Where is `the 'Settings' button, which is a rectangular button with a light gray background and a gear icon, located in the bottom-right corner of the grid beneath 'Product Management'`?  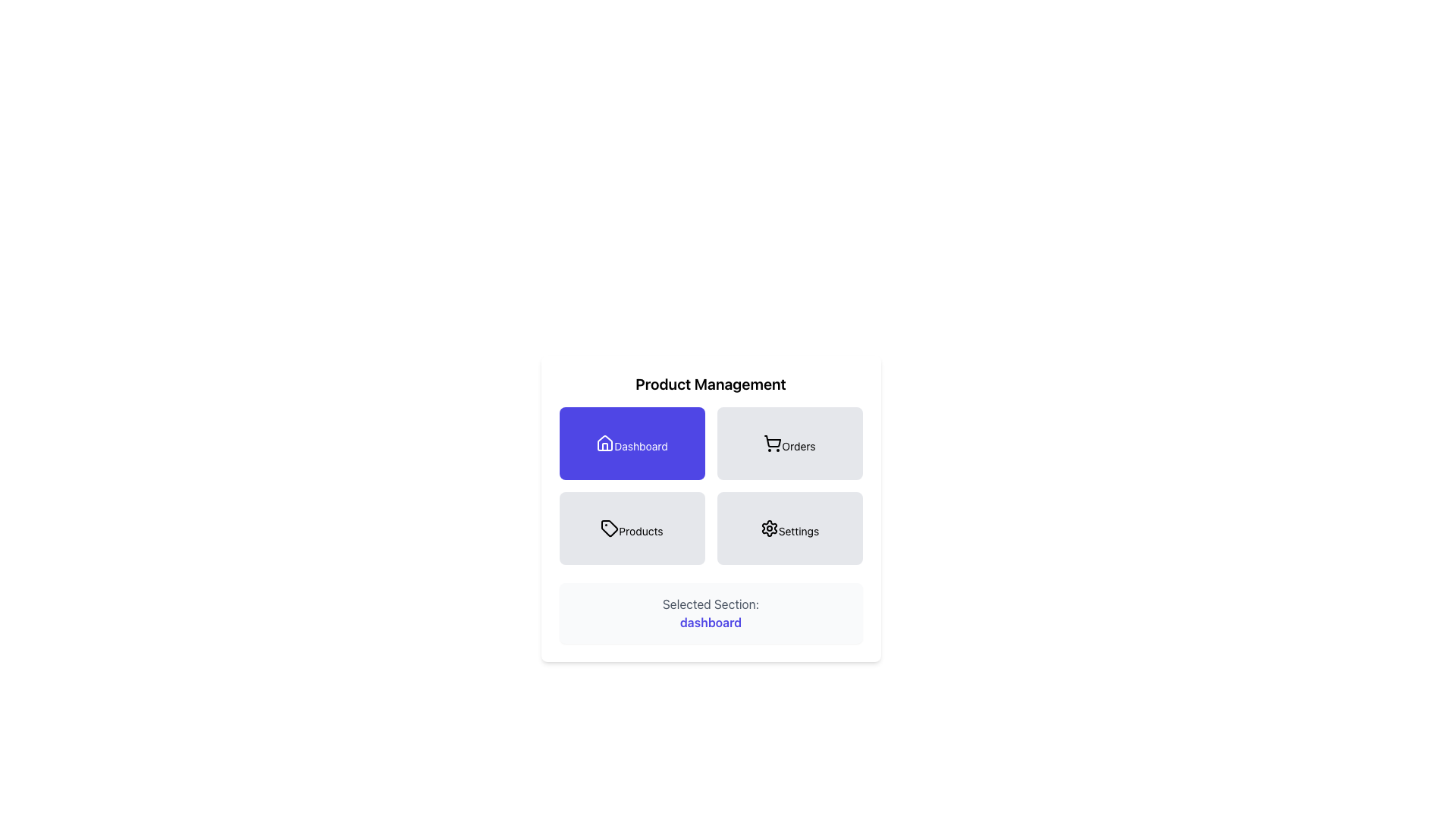
the 'Settings' button, which is a rectangular button with a light gray background and a gear icon, located in the bottom-right corner of the grid beneath 'Product Management' is located at coordinates (789, 528).